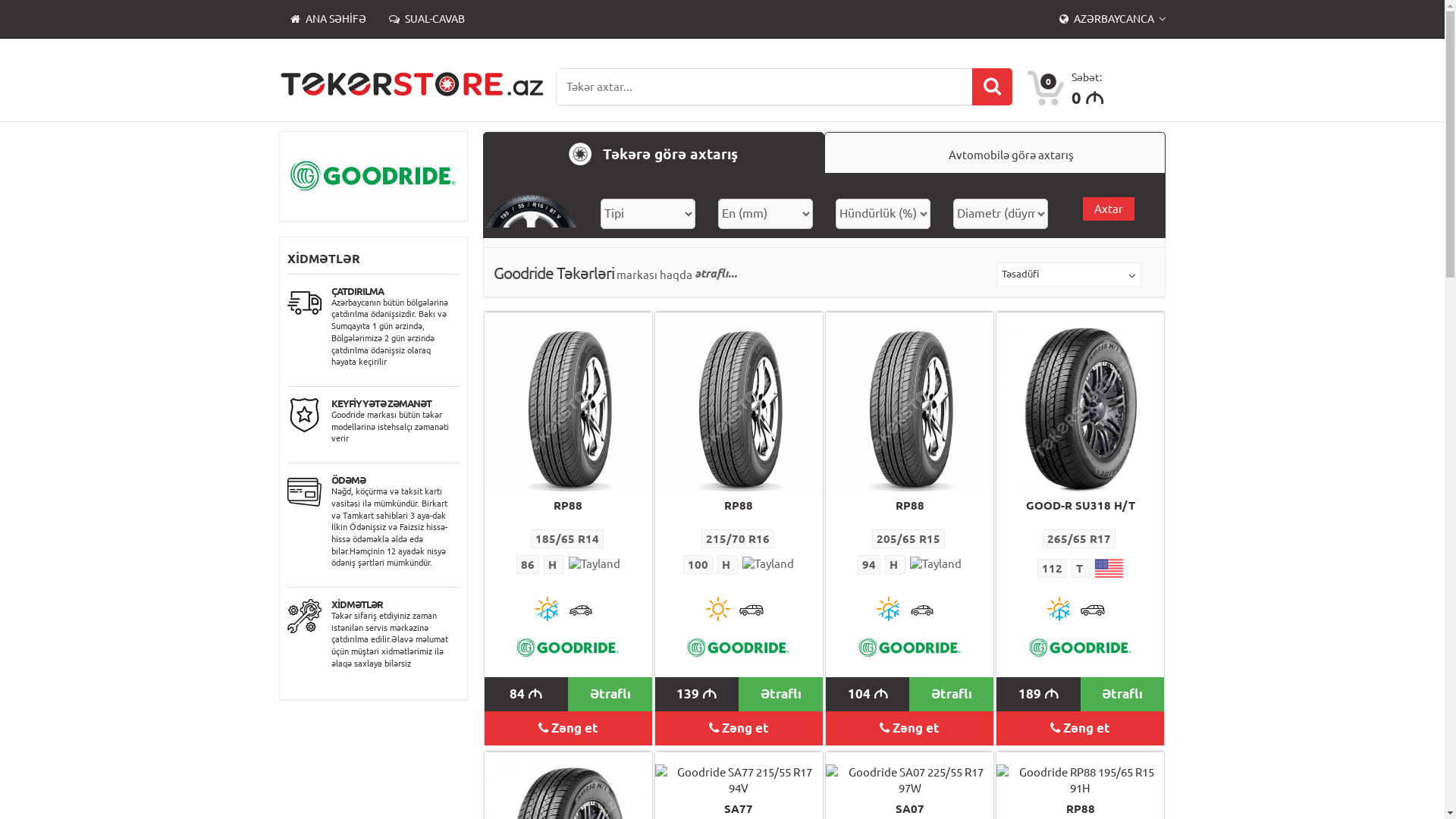 The width and height of the screenshot is (1456, 819). What do you see at coordinates (739, 401) in the screenshot?
I see `'Goodride RP88 215/70 R16 100H'` at bounding box center [739, 401].